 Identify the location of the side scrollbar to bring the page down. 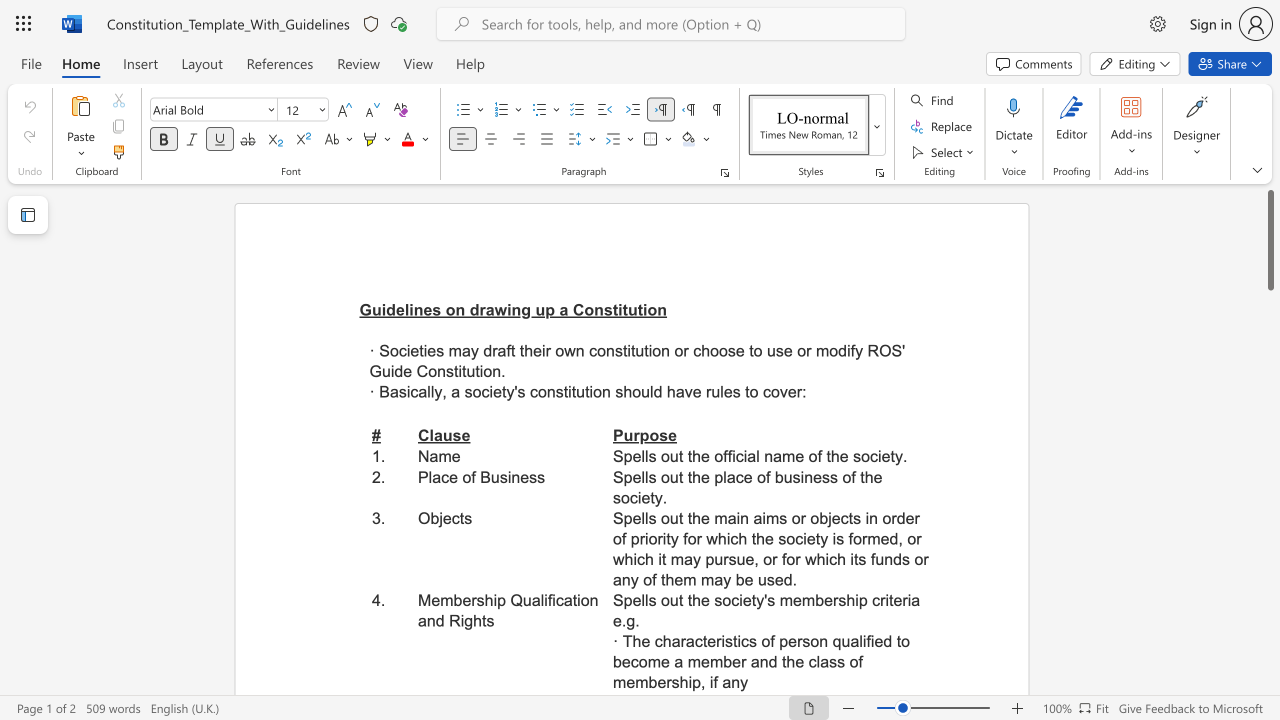
(1269, 470).